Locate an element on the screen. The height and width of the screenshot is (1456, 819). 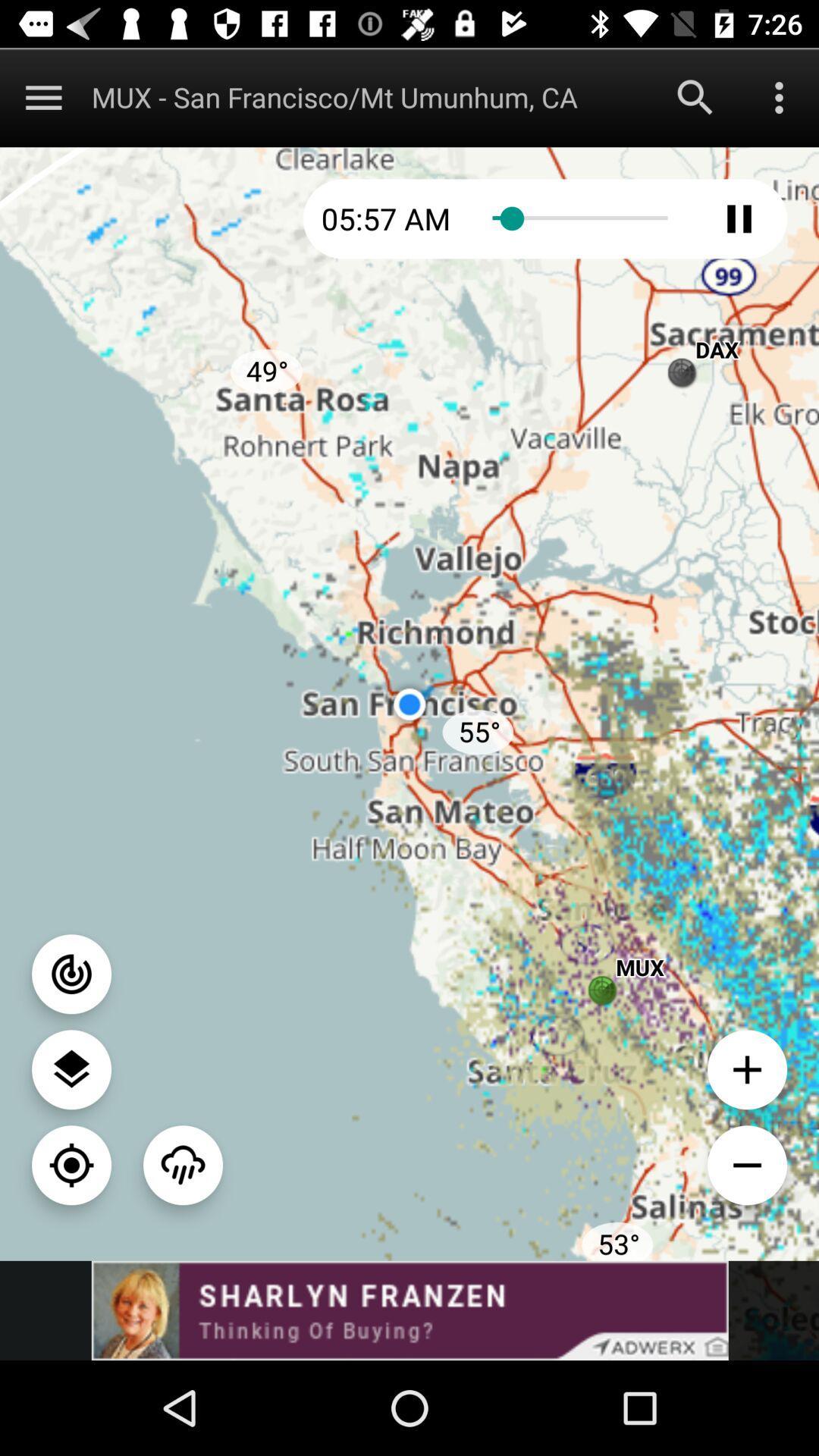
search function is located at coordinates (695, 96).